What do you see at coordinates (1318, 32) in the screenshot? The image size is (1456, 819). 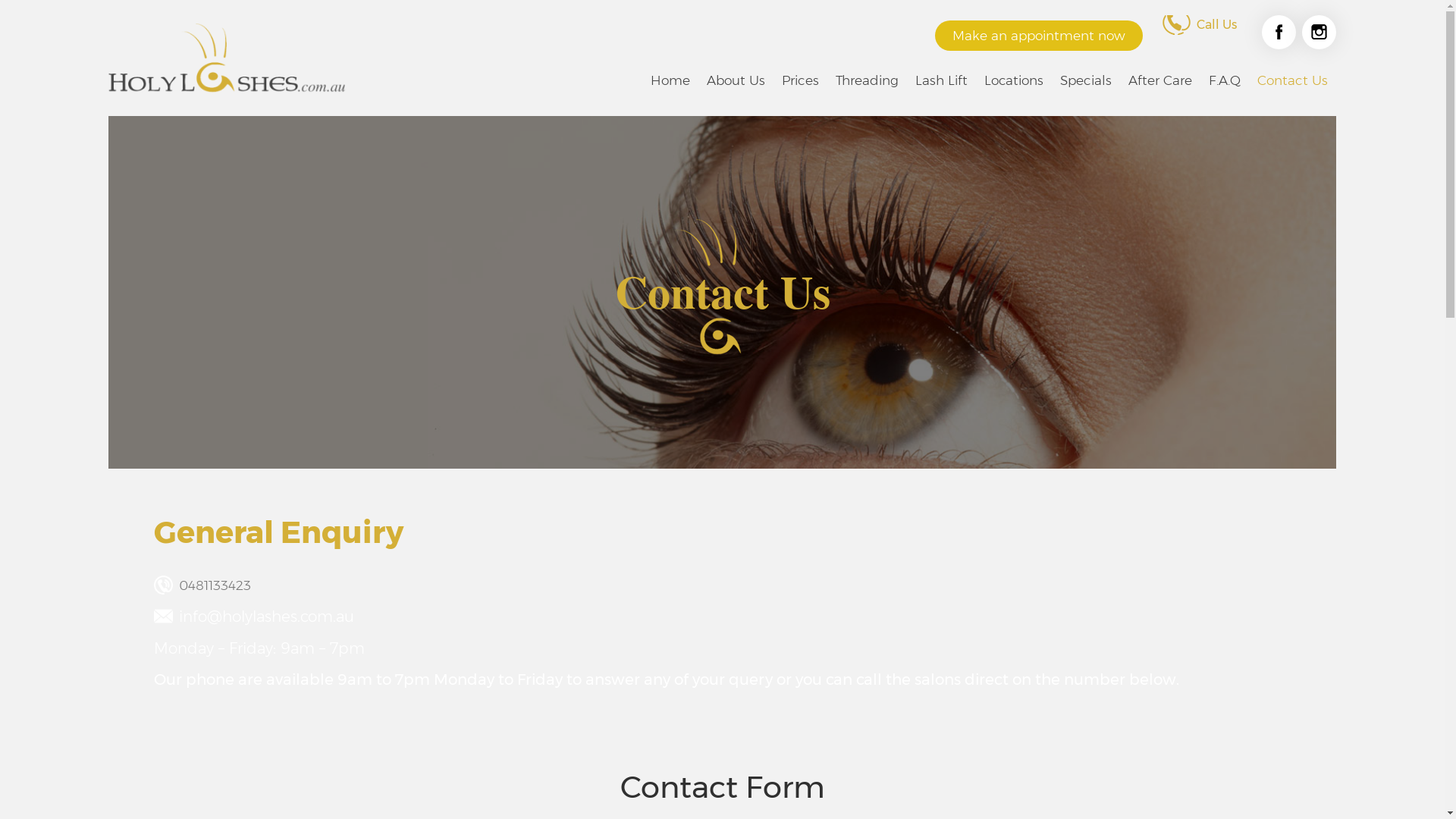 I see `'Instagram'` at bounding box center [1318, 32].